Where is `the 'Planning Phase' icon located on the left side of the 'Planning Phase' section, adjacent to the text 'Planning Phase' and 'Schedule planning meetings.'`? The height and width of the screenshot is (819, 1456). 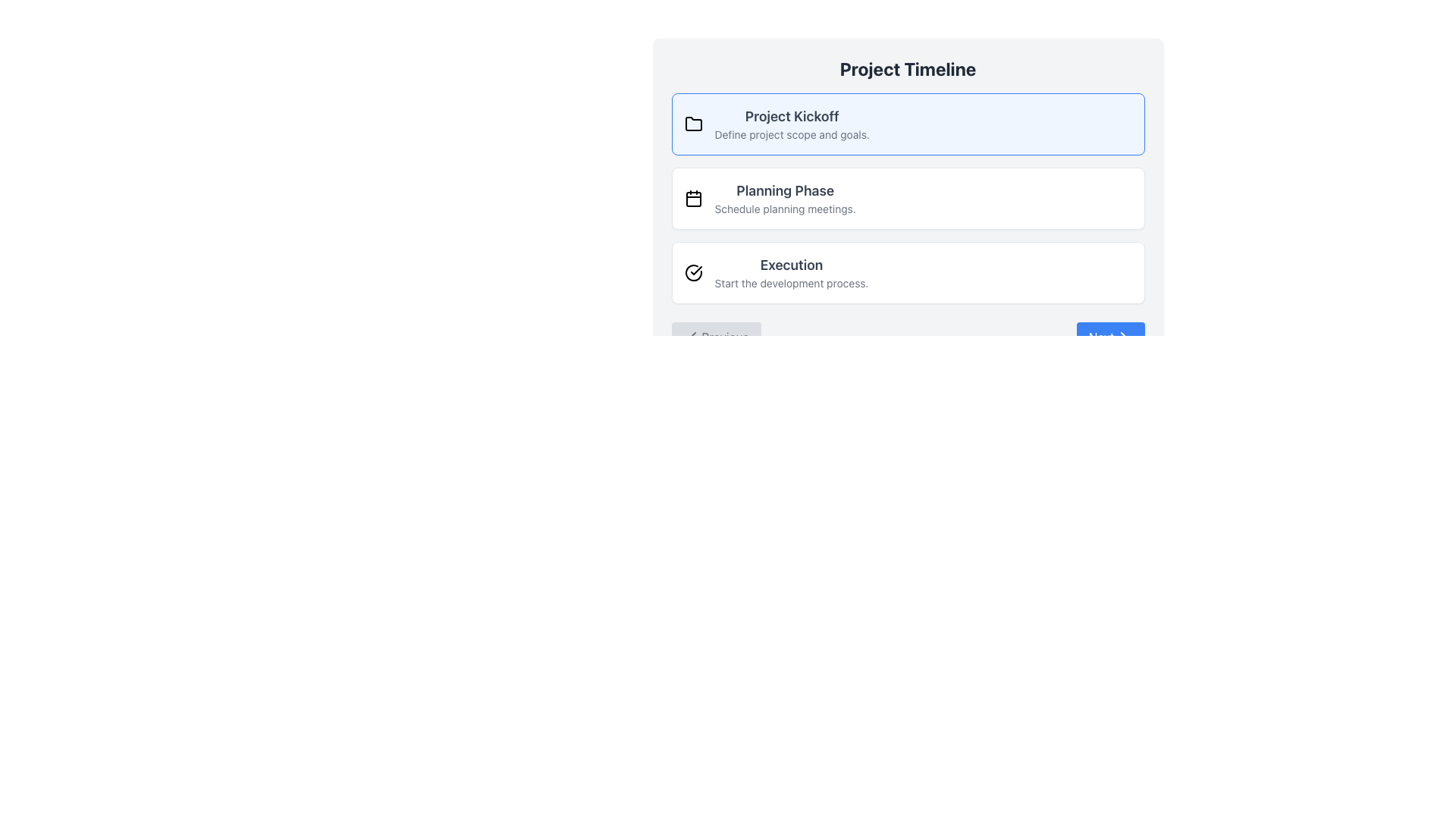
the 'Planning Phase' icon located on the left side of the 'Planning Phase' section, adjacent to the text 'Planning Phase' and 'Schedule planning meetings.' is located at coordinates (692, 198).